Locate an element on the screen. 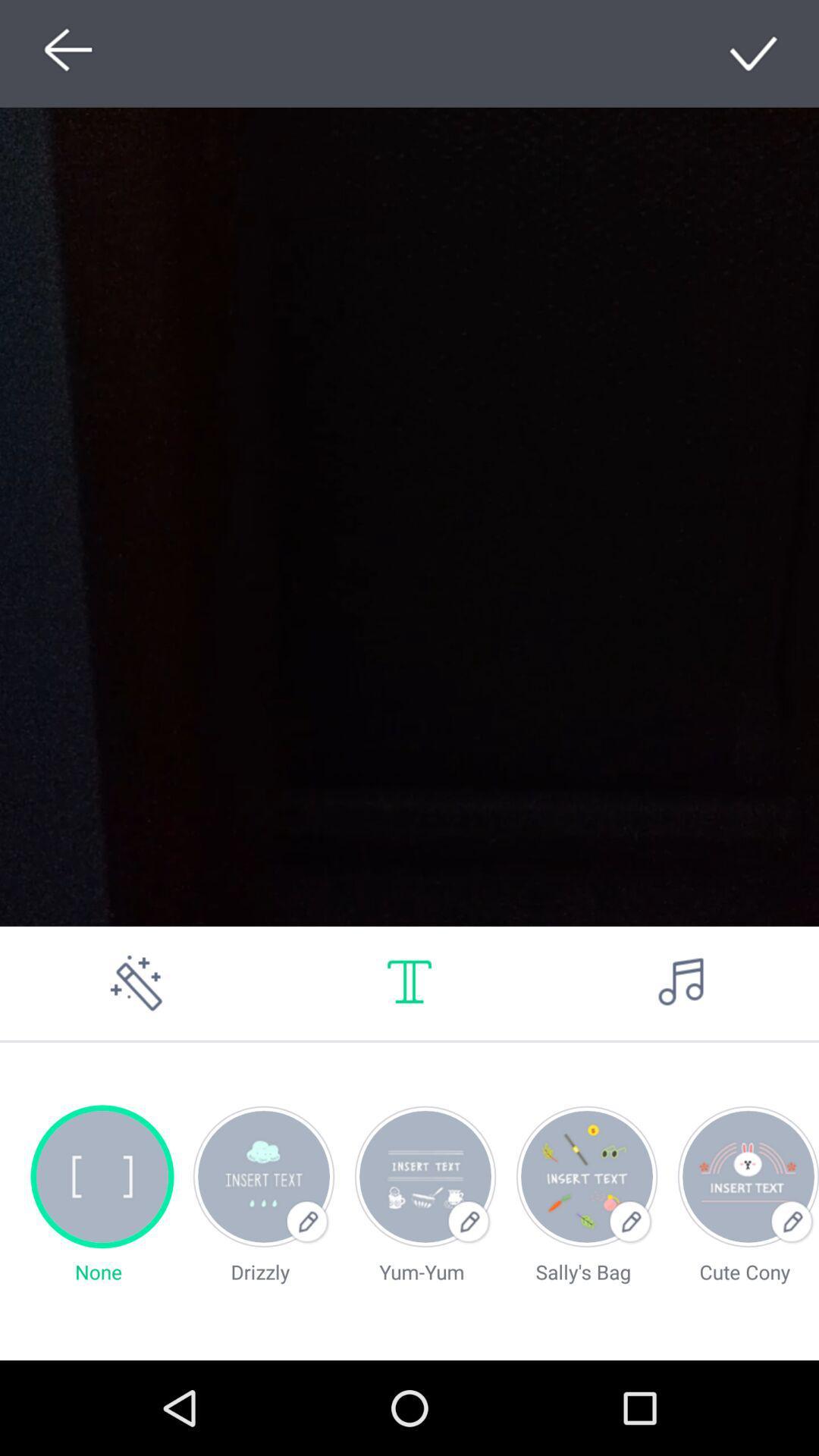 This screenshot has width=819, height=1456. write text is located at coordinates (409, 983).